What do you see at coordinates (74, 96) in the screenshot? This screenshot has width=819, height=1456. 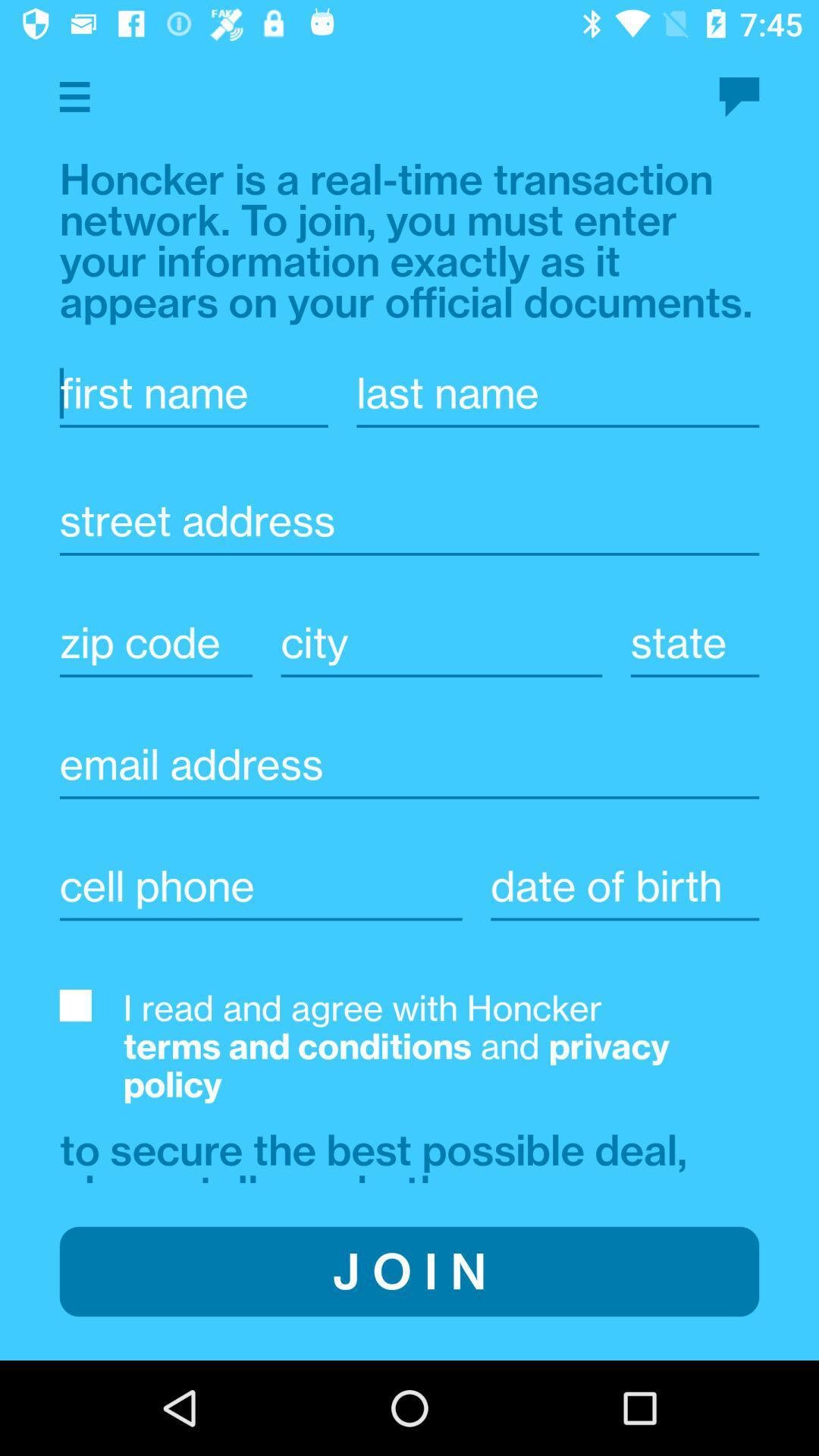 I see `menu` at bounding box center [74, 96].